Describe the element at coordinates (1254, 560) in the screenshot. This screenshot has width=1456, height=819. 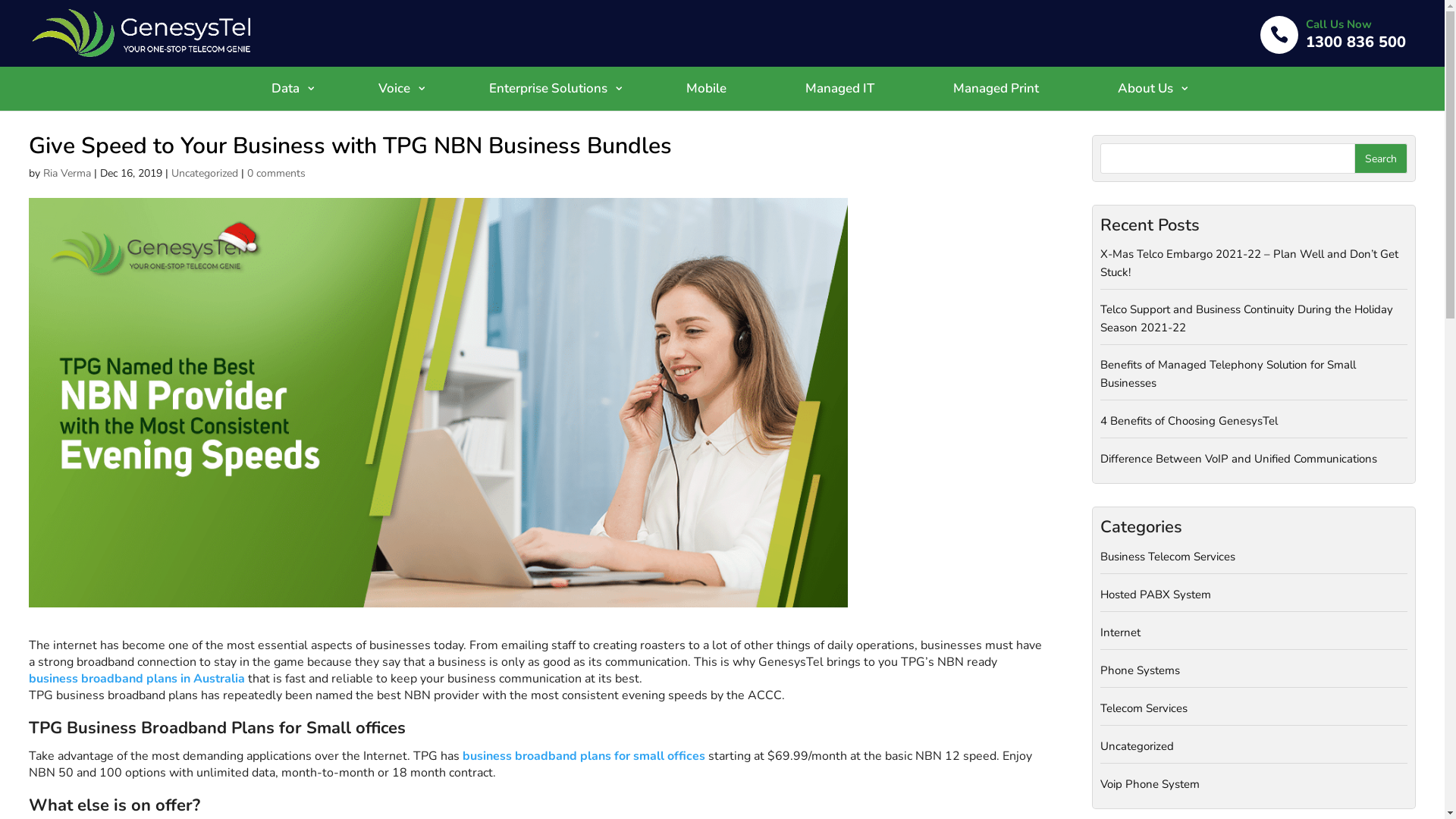
I see `'Business Telecom Services'` at that location.